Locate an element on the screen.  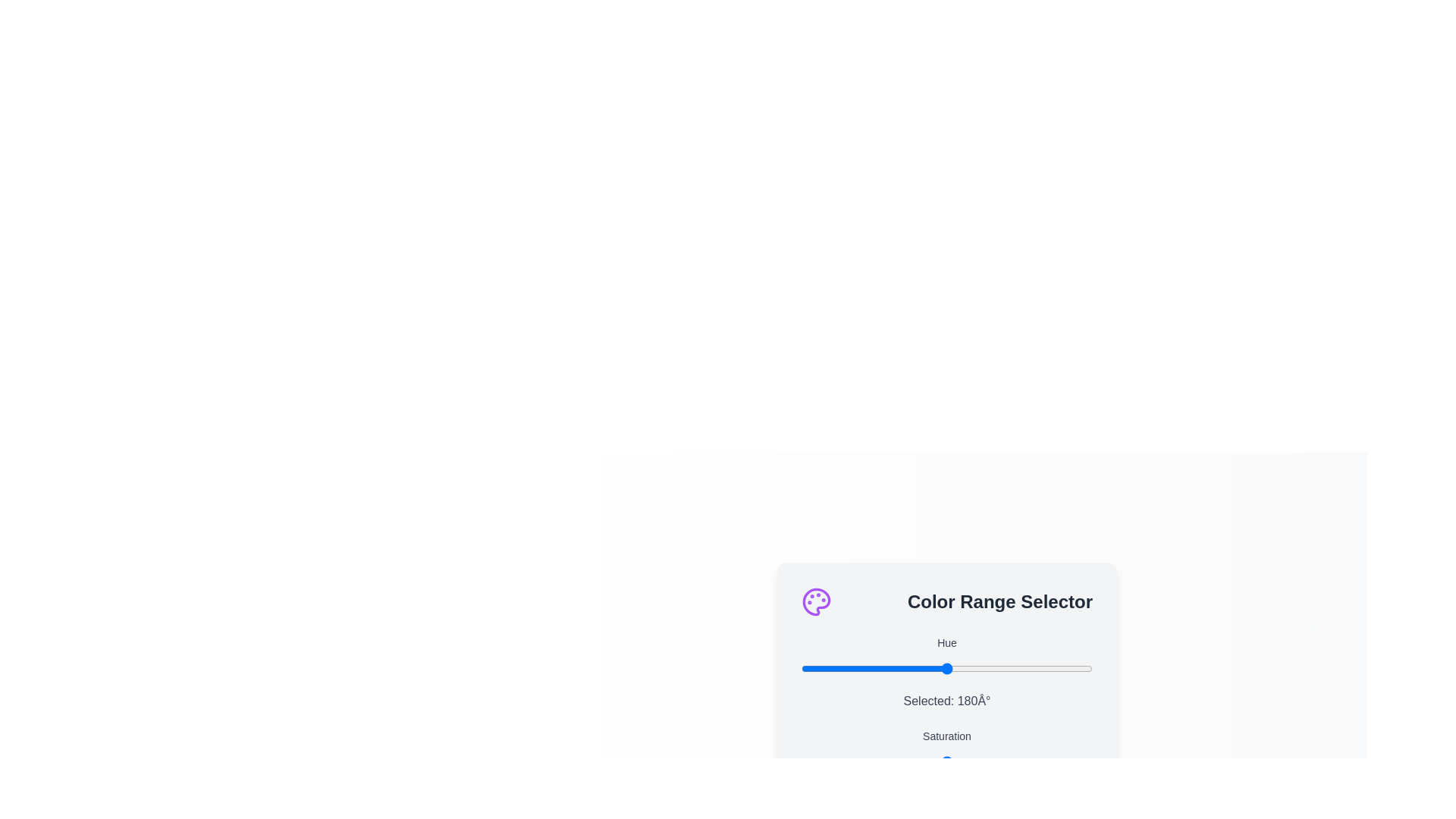
the hue value on the slider is located at coordinates (852, 667).